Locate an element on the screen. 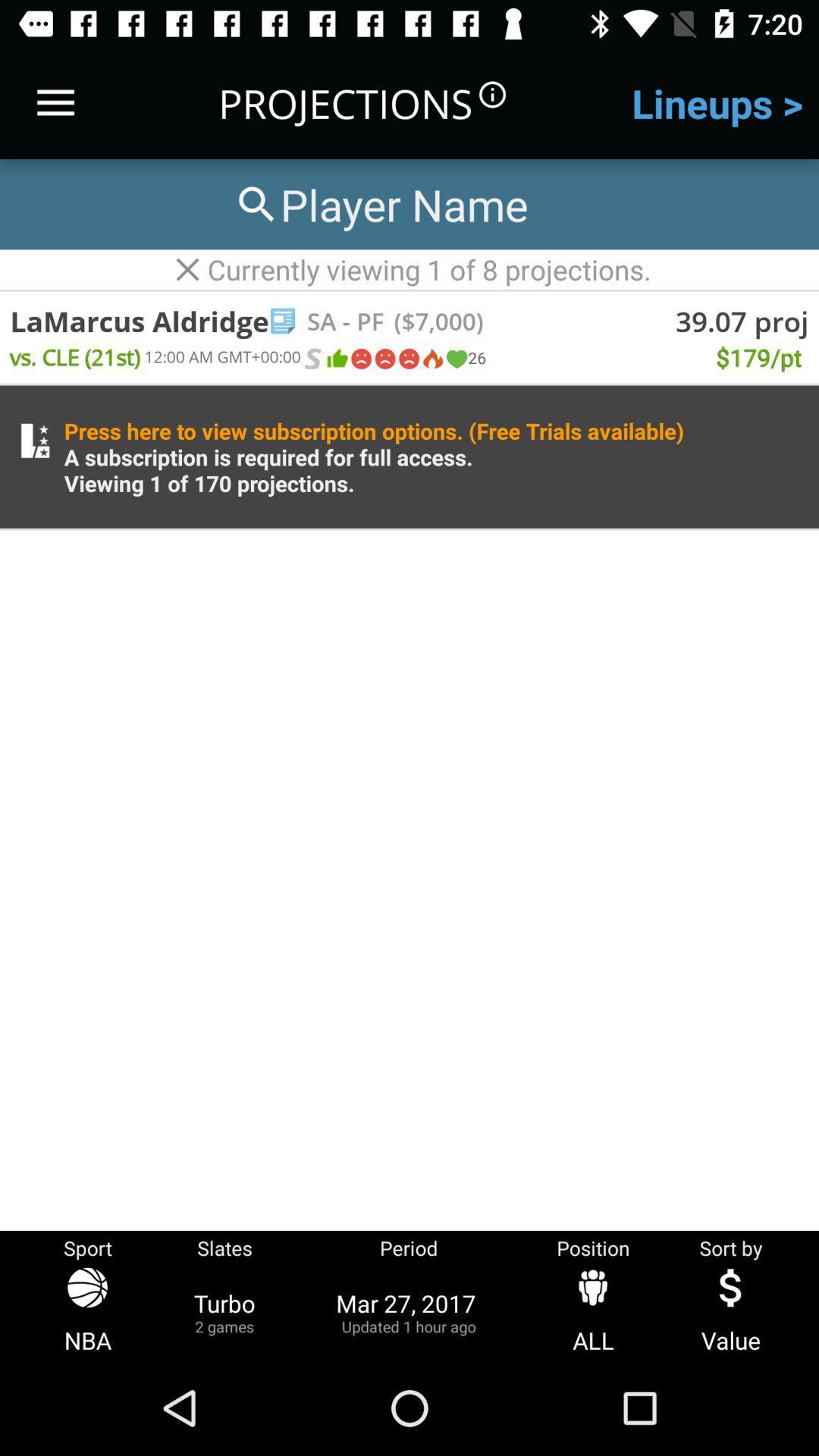 This screenshot has width=819, height=1456. nba with its logo is located at coordinates (87, 1311).